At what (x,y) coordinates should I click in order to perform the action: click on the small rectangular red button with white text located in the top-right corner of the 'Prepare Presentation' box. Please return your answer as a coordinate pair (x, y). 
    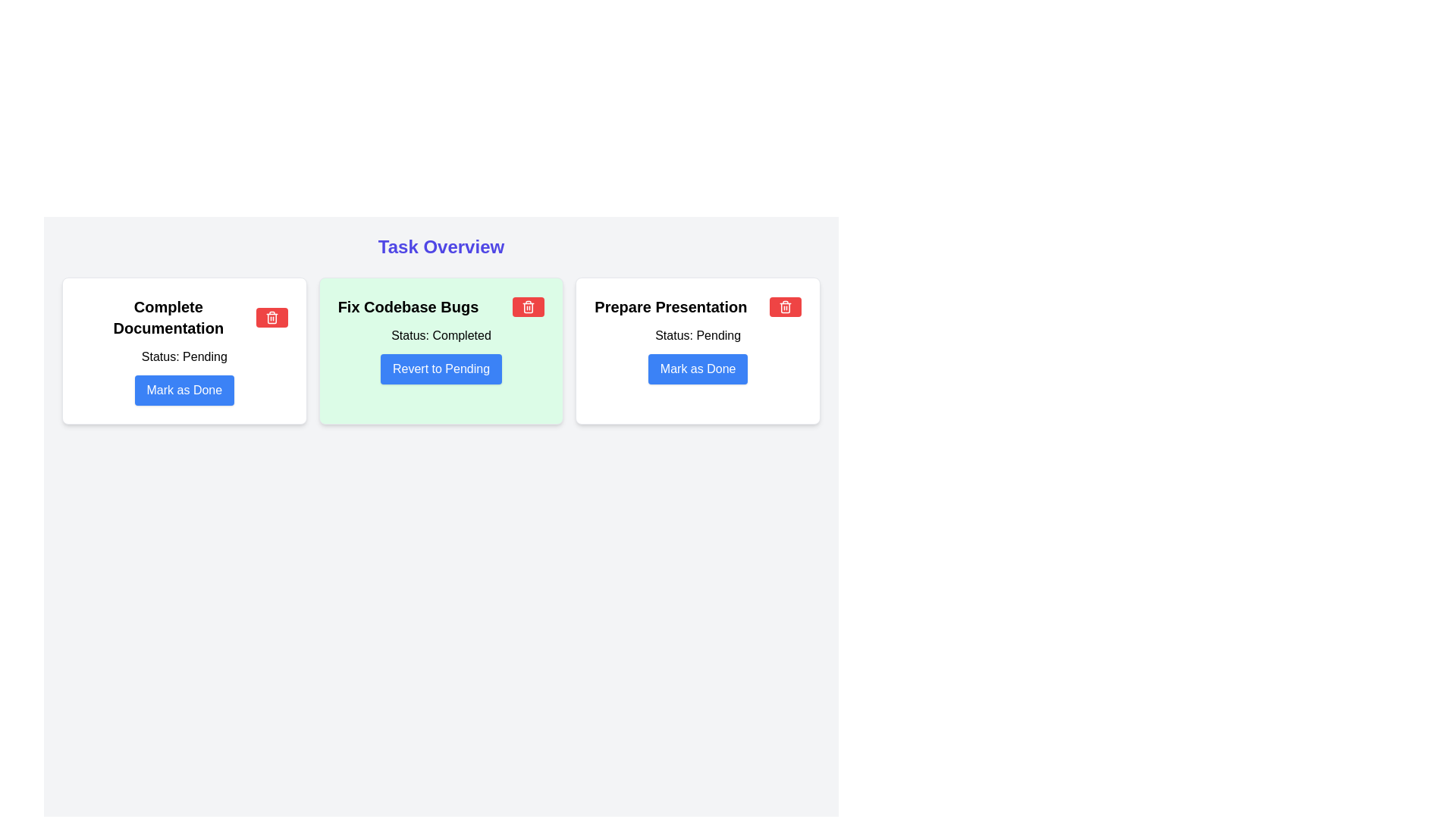
    Looking at the image, I should click on (786, 307).